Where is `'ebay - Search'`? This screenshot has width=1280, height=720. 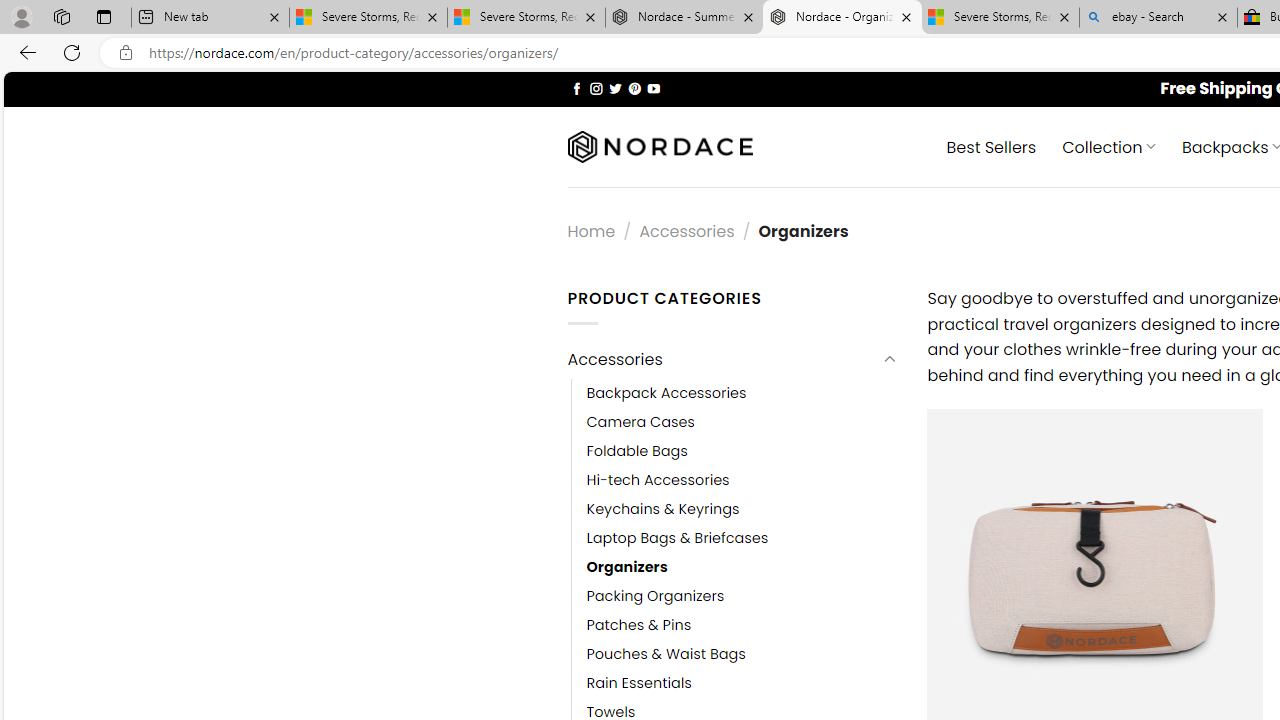 'ebay - Search' is located at coordinates (1158, 17).